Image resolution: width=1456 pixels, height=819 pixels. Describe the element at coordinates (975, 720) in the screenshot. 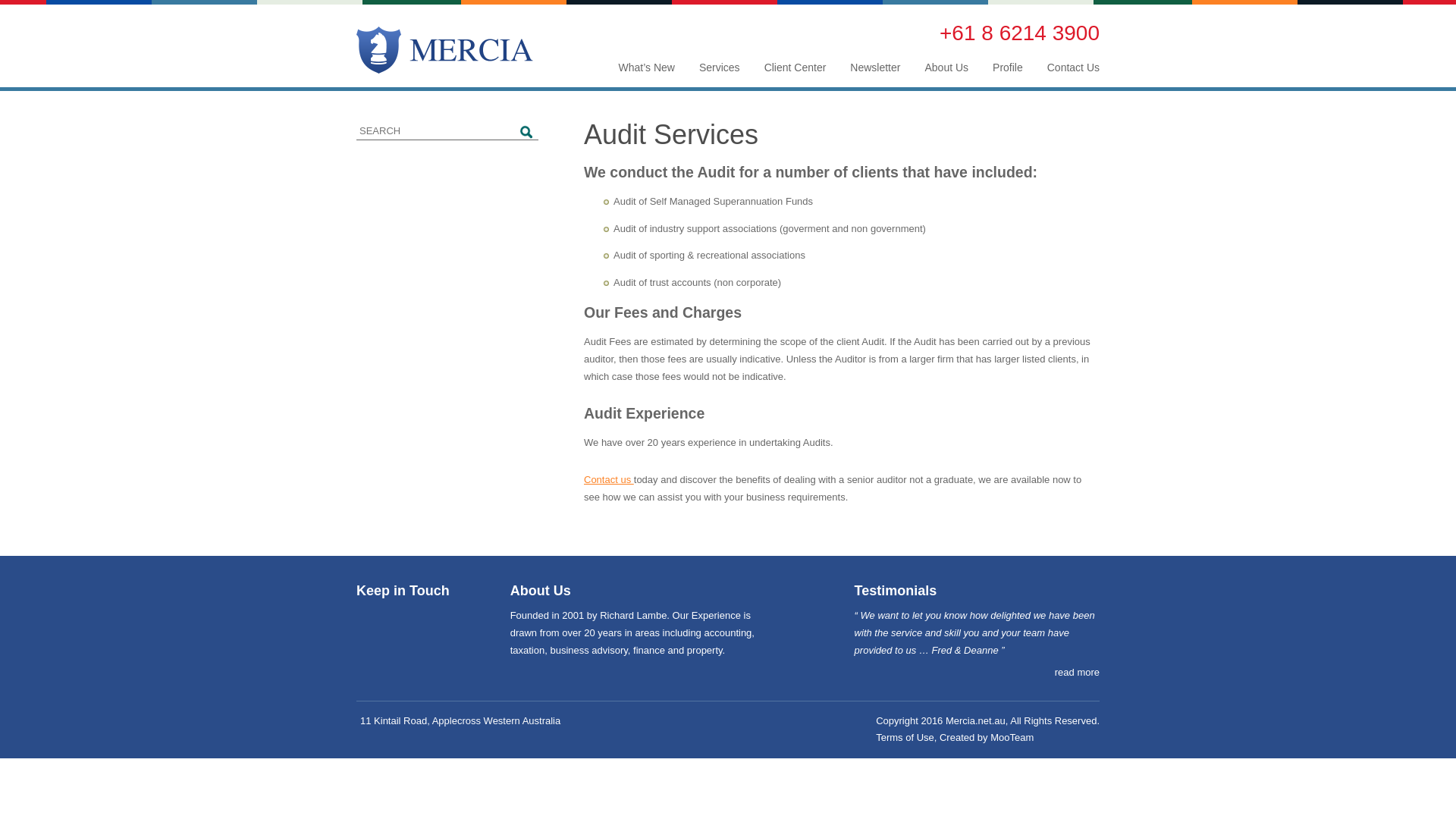

I see `'Mercia.net.au'` at that location.